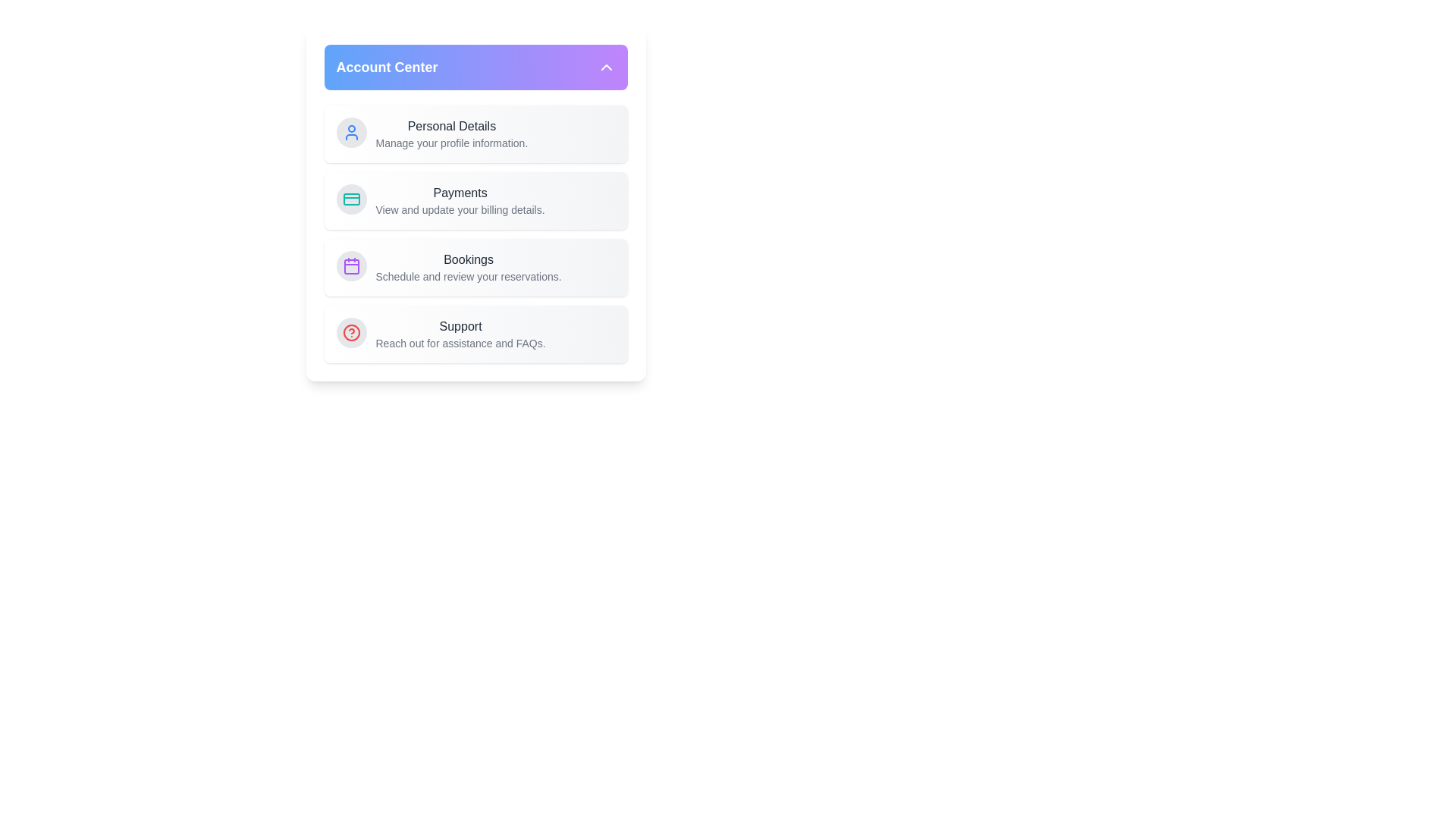 The height and width of the screenshot is (819, 1456). Describe the element at coordinates (475, 267) in the screenshot. I see `the 'Bookings' menu item` at that location.